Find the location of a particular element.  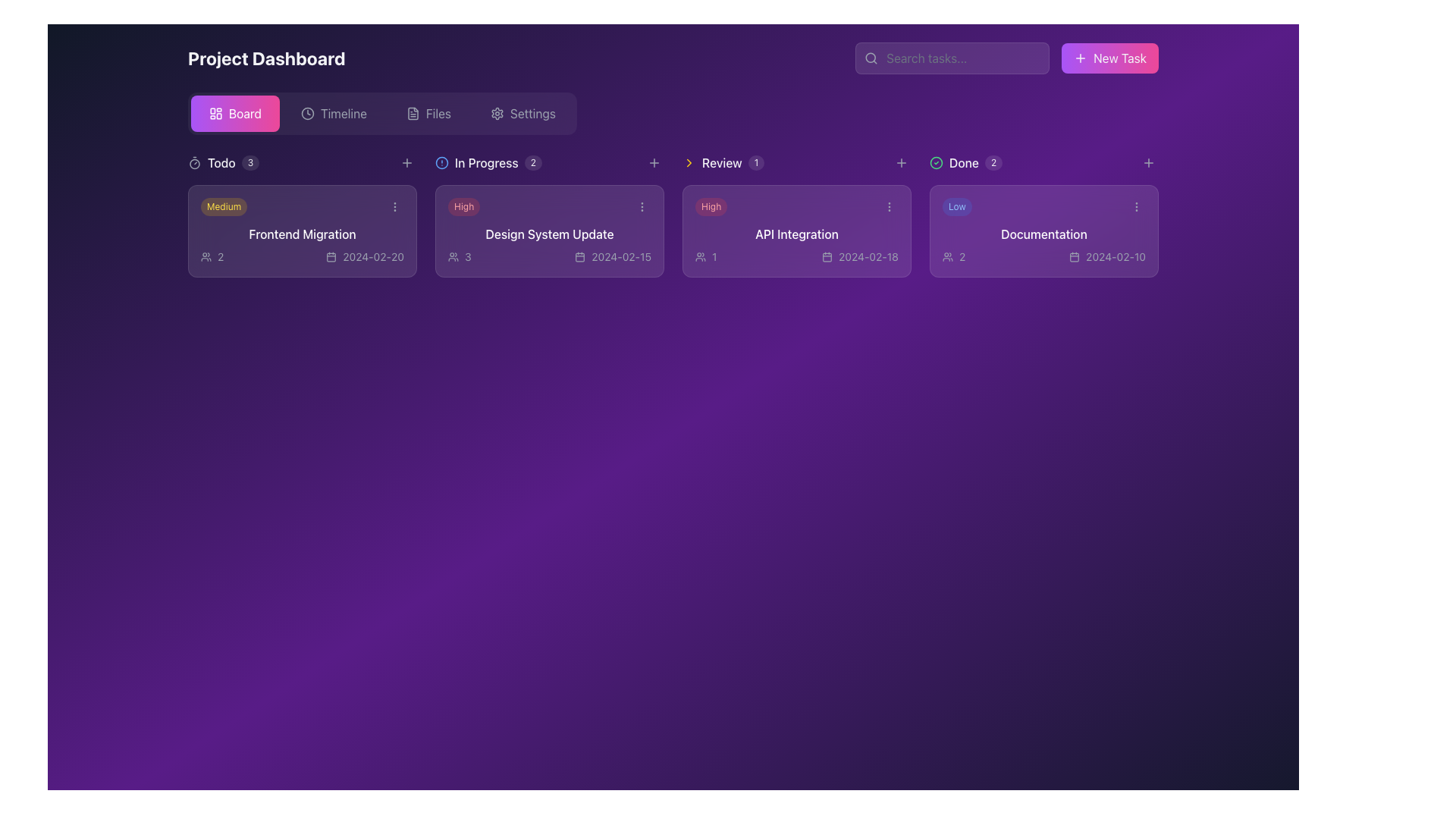

the 'New Task' icon, which is located to the left side of the text within the 'New Task' button at the top-right corner of the interface is located at coordinates (1080, 58).